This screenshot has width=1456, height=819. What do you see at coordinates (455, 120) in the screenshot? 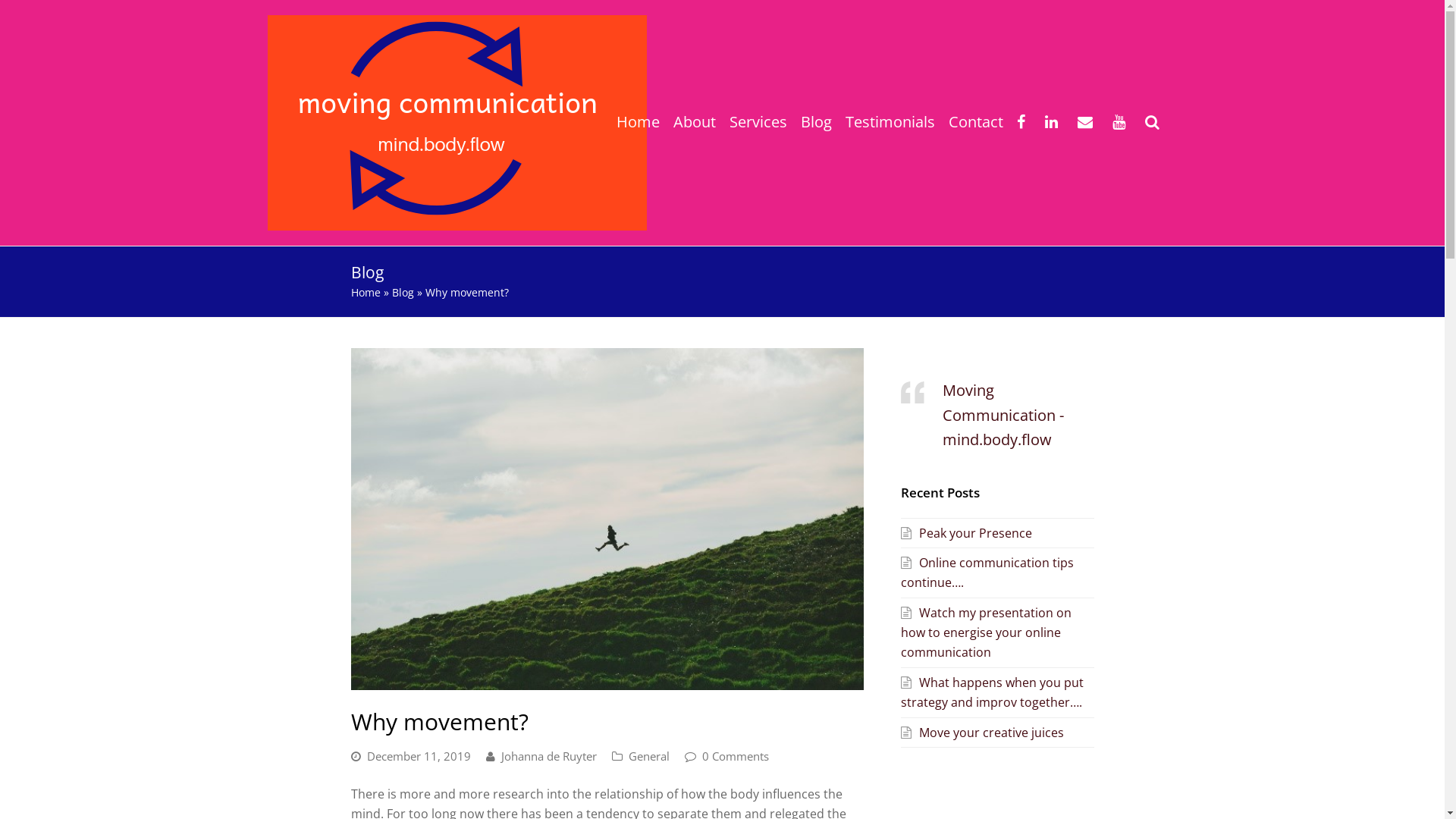
I see `'Moving Communication'` at bounding box center [455, 120].